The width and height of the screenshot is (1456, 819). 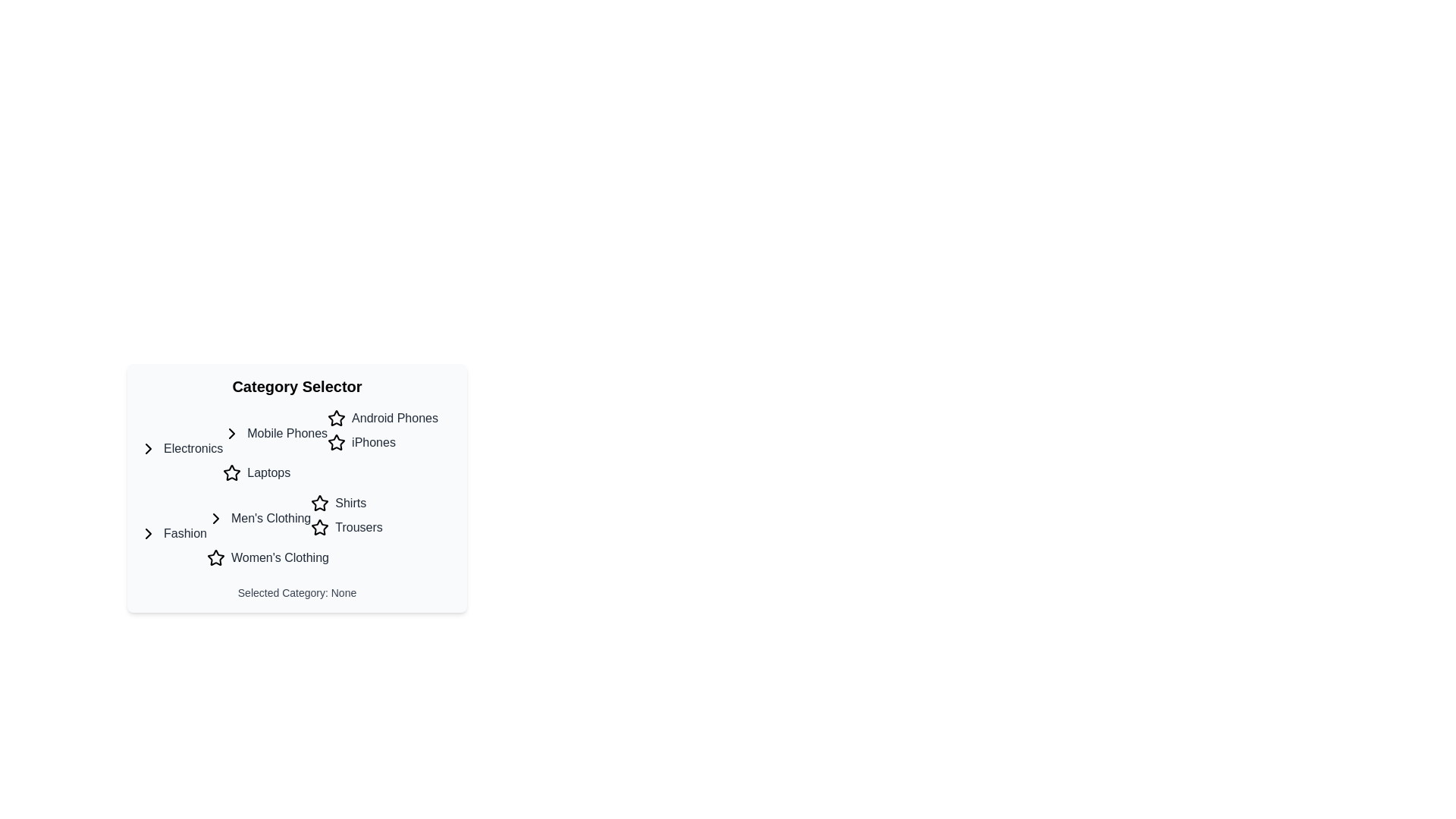 What do you see at coordinates (319, 503) in the screenshot?
I see `the third star-shaped icon from the left in the 'Men's Clothing' section, adjacent to the text 'Shirts'` at bounding box center [319, 503].